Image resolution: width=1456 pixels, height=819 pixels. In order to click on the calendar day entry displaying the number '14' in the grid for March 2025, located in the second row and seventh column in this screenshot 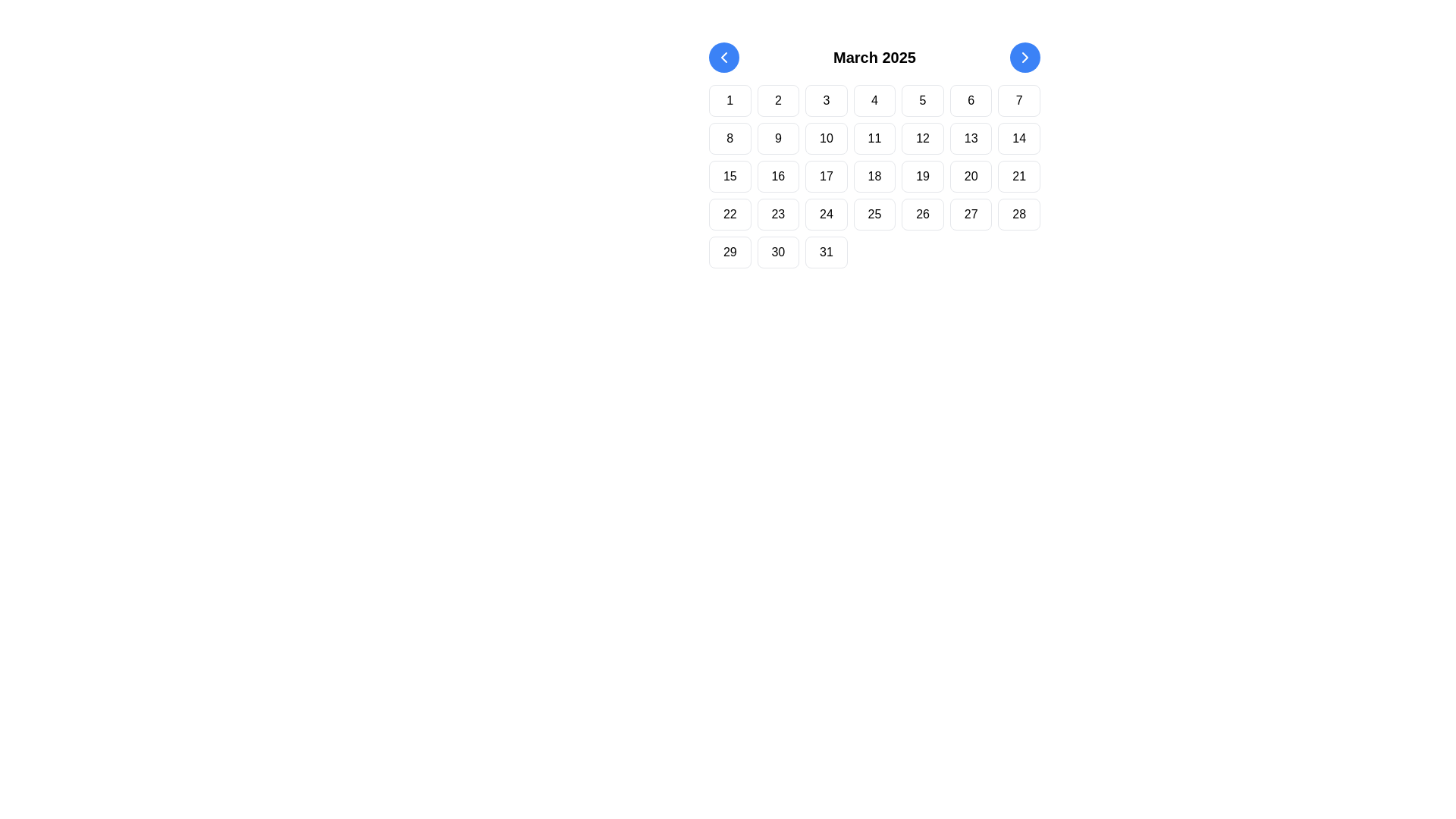, I will do `click(1019, 138)`.